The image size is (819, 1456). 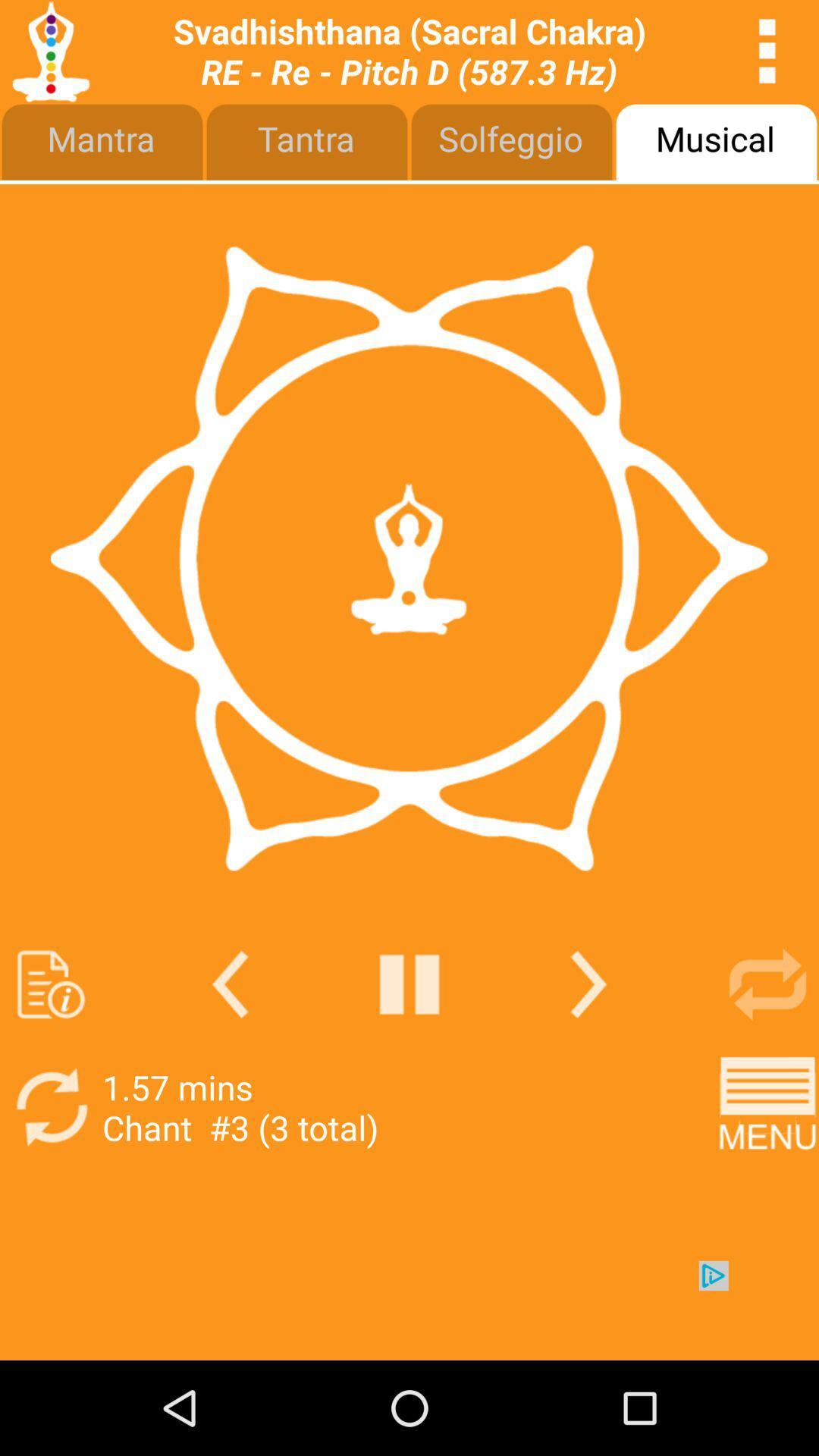 I want to click on the refresh icon, so click(x=50, y=1184).